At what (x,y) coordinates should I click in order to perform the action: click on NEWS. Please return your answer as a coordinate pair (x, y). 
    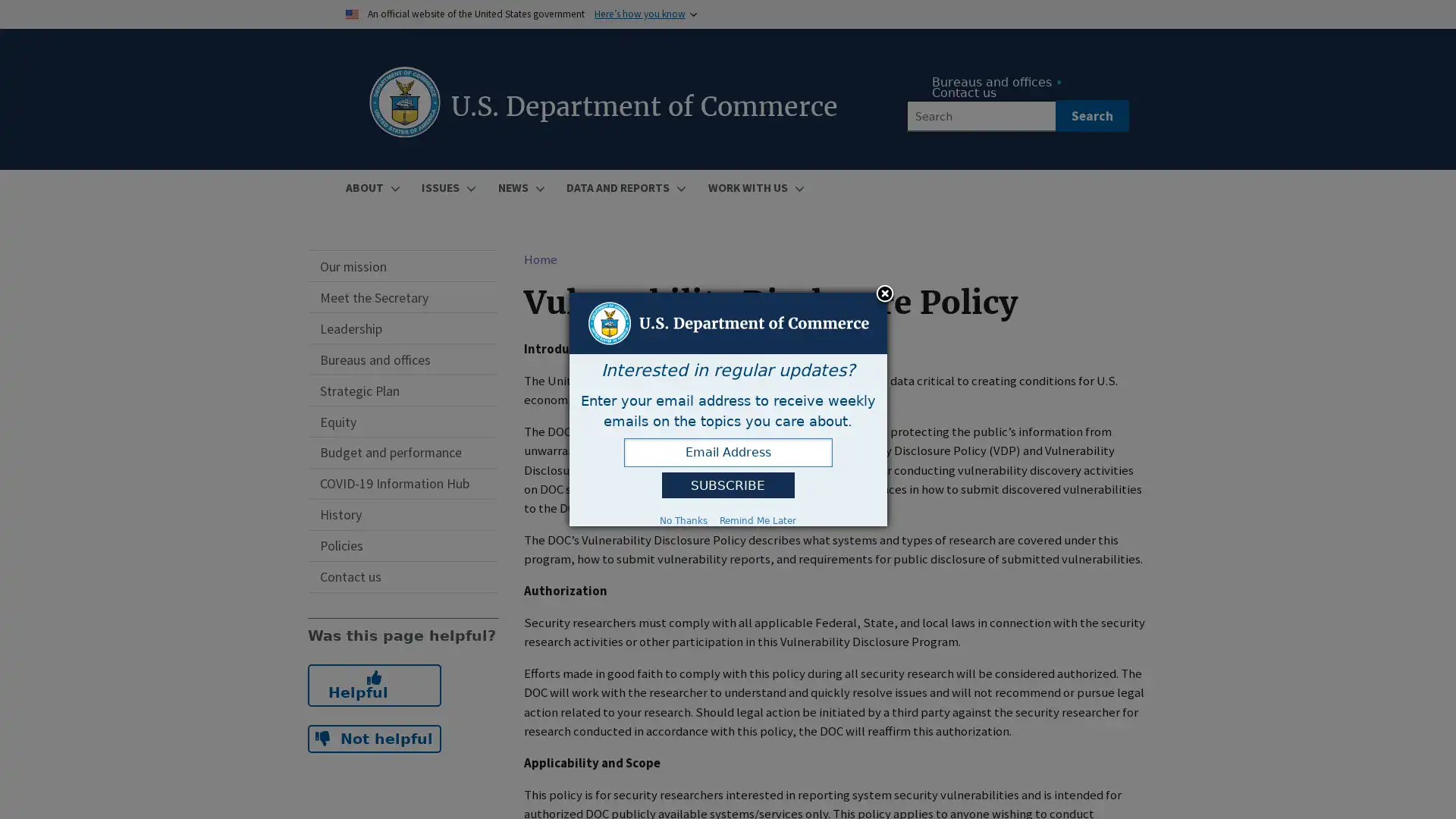
    Looking at the image, I should click on (519, 187).